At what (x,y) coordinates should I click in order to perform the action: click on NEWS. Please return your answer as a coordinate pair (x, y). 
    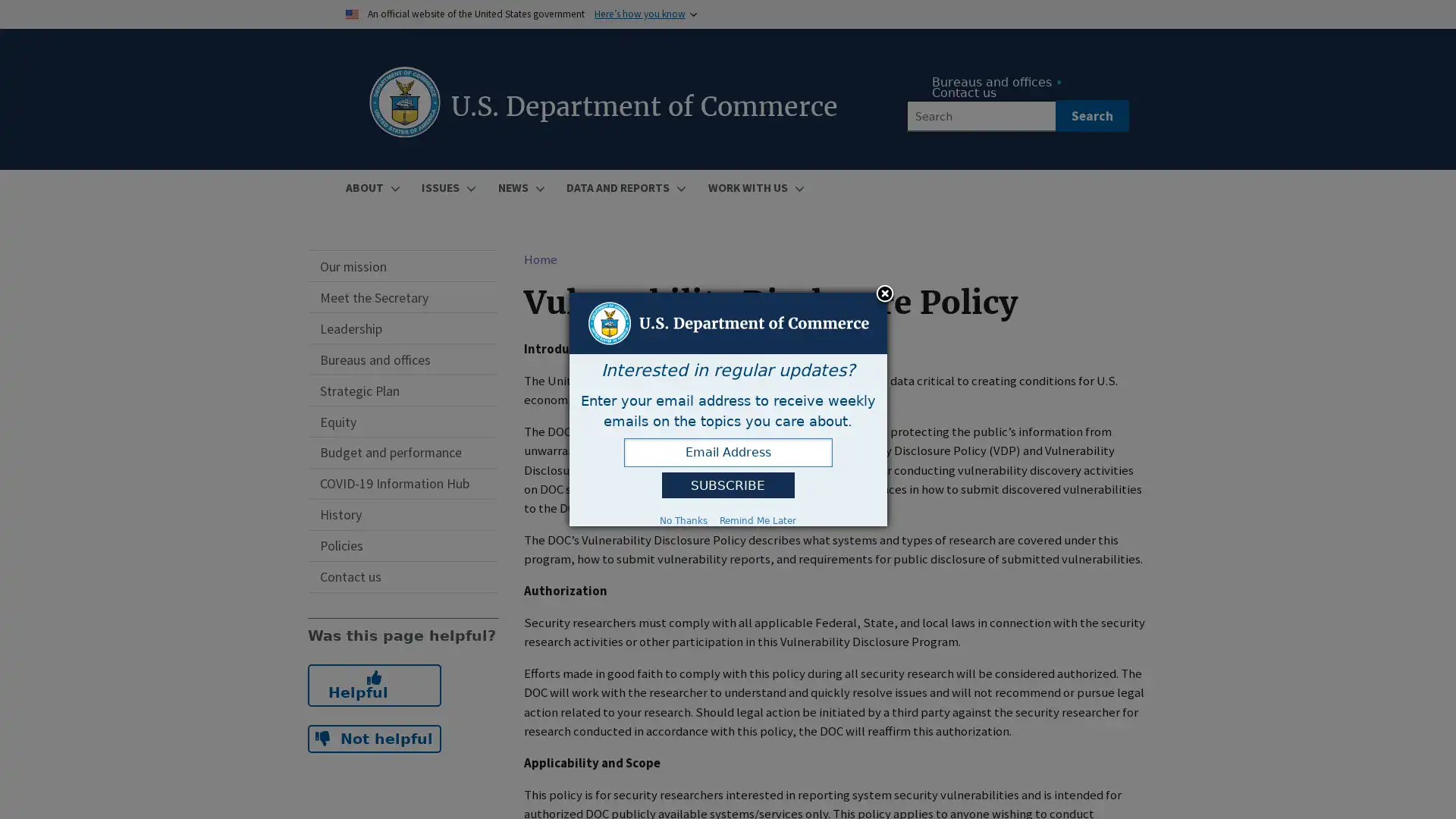
    Looking at the image, I should click on (519, 187).